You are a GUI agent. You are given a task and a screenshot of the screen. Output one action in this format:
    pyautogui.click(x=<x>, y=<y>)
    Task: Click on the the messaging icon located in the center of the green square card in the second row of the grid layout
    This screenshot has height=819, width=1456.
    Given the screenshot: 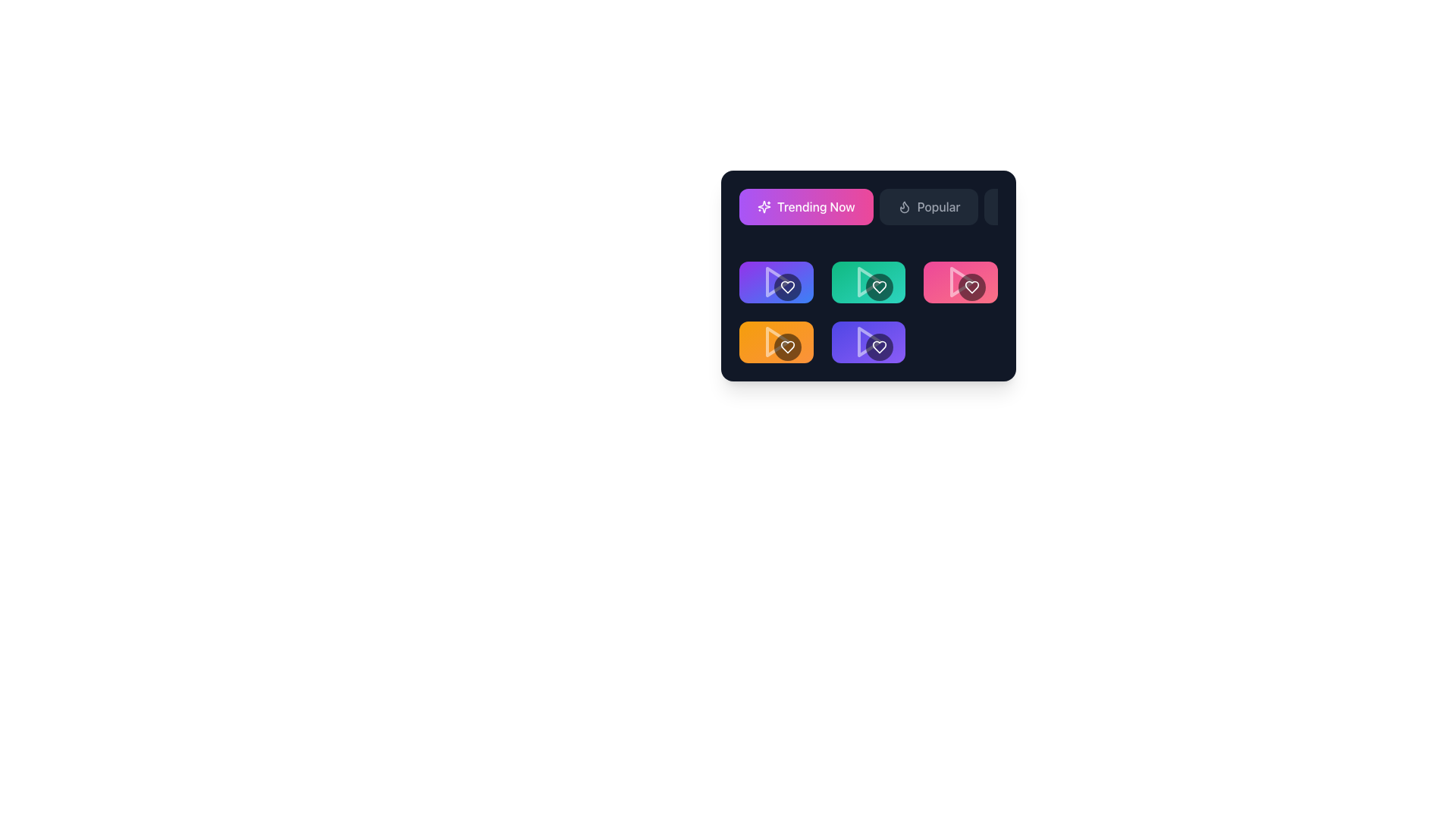 What is the action you would take?
    pyautogui.click(x=850, y=276)
    